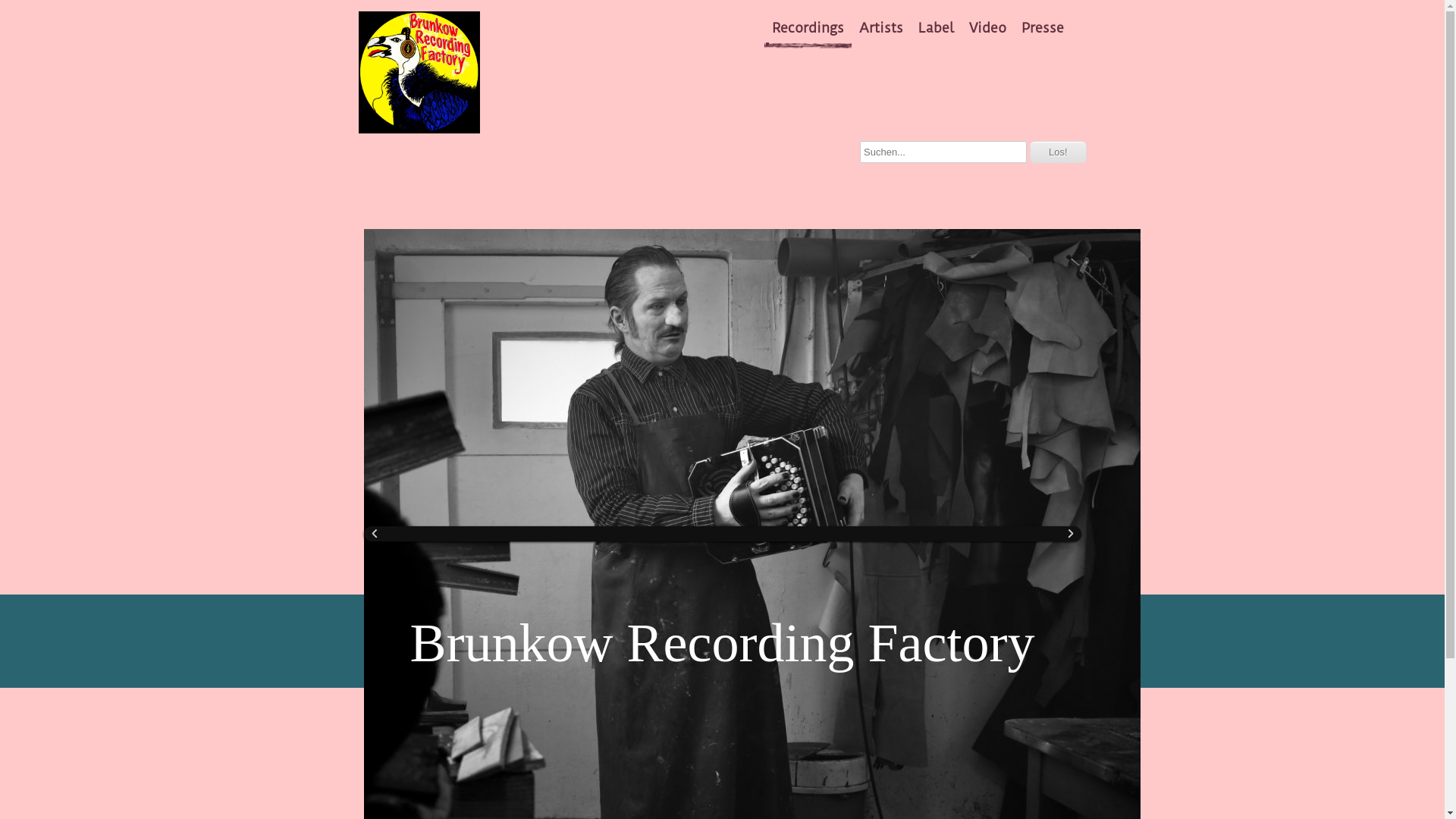 The image size is (1456, 819). Describe the element at coordinates (1041, 28) in the screenshot. I see `'Presse'` at that location.